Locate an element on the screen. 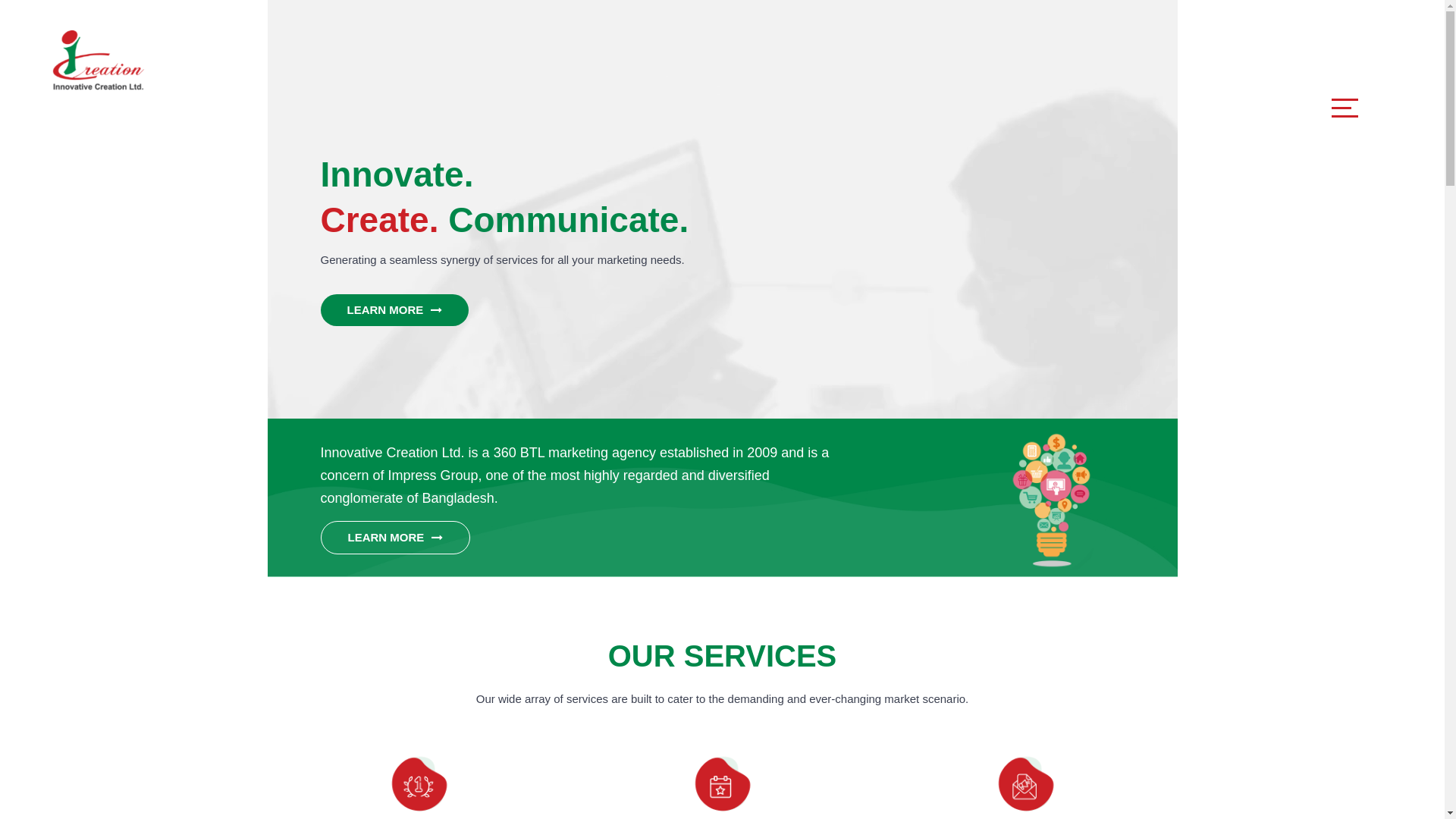  'LEARN MORE' is located at coordinates (319, 309).